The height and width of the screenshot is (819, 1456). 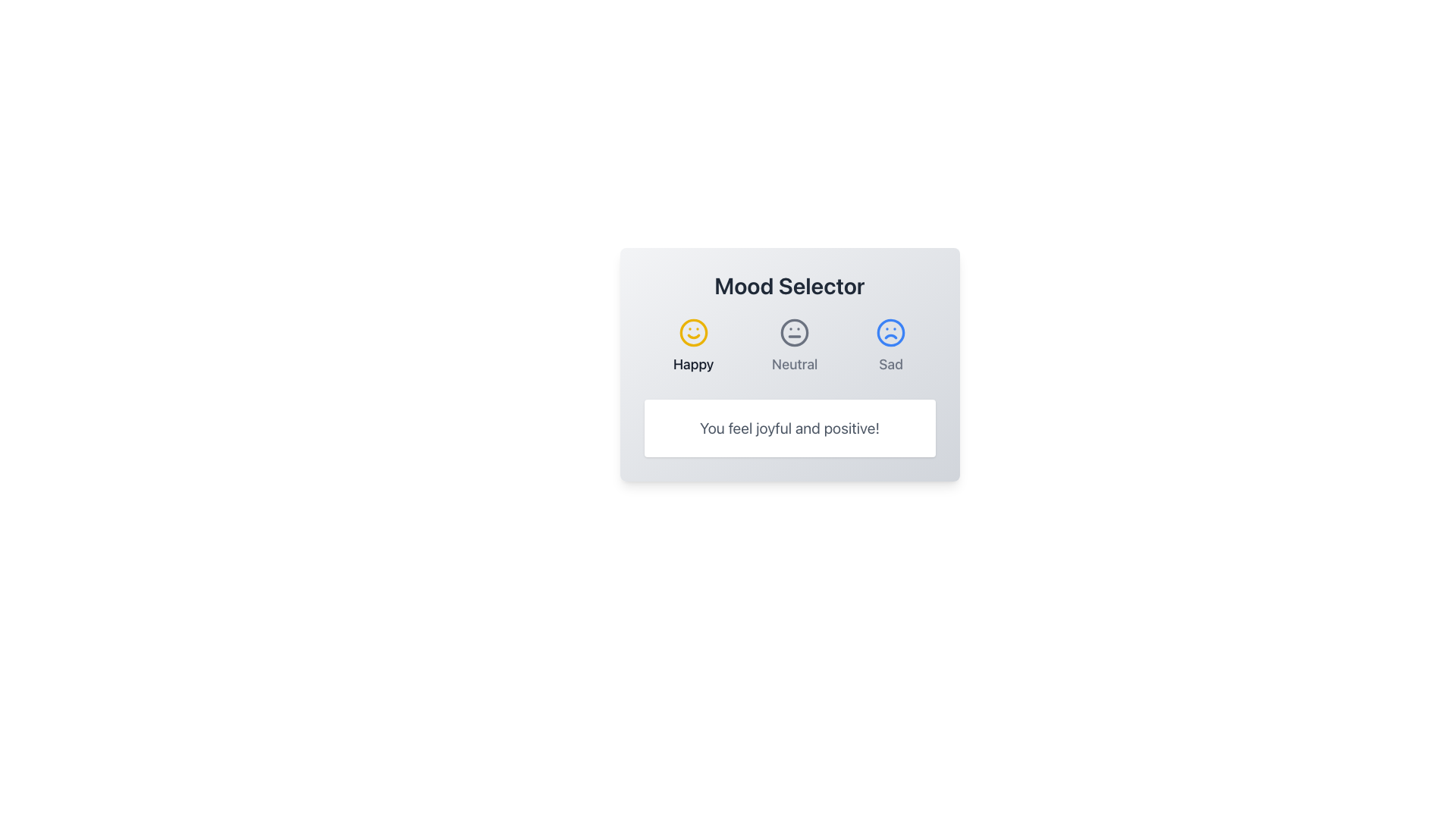 What do you see at coordinates (692, 365) in the screenshot?
I see `the text label reading 'Happy' that is styled with a medium font weight and large font size, positioned below the yellow smiling face icon in the mood selection interface` at bounding box center [692, 365].